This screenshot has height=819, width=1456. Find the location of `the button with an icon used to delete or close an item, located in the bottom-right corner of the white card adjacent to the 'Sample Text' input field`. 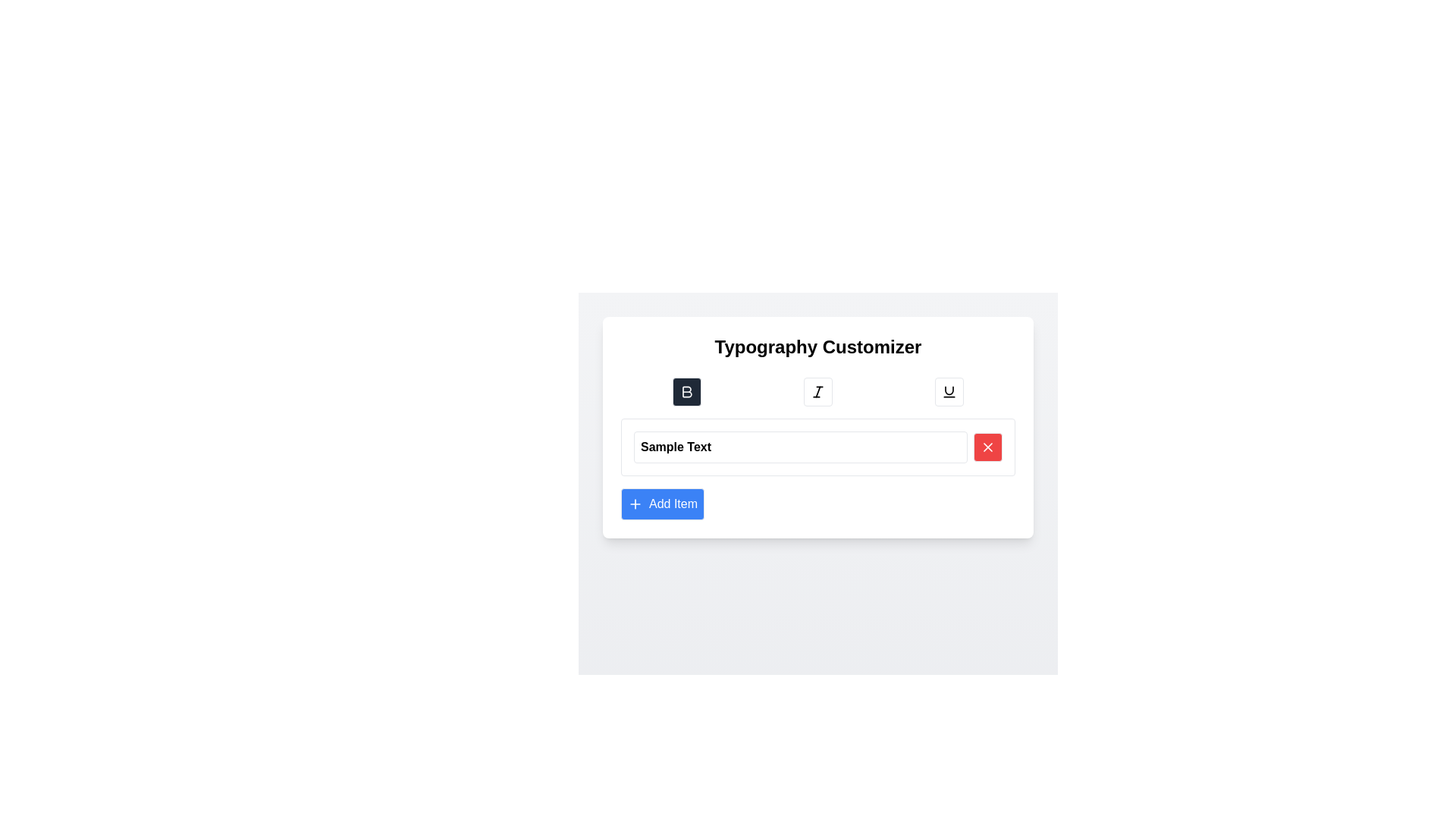

the button with an icon used to delete or close an item, located in the bottom-right corner of the white card adjacent to the 'Sample Text' input field is located at coordinates (987, 447).